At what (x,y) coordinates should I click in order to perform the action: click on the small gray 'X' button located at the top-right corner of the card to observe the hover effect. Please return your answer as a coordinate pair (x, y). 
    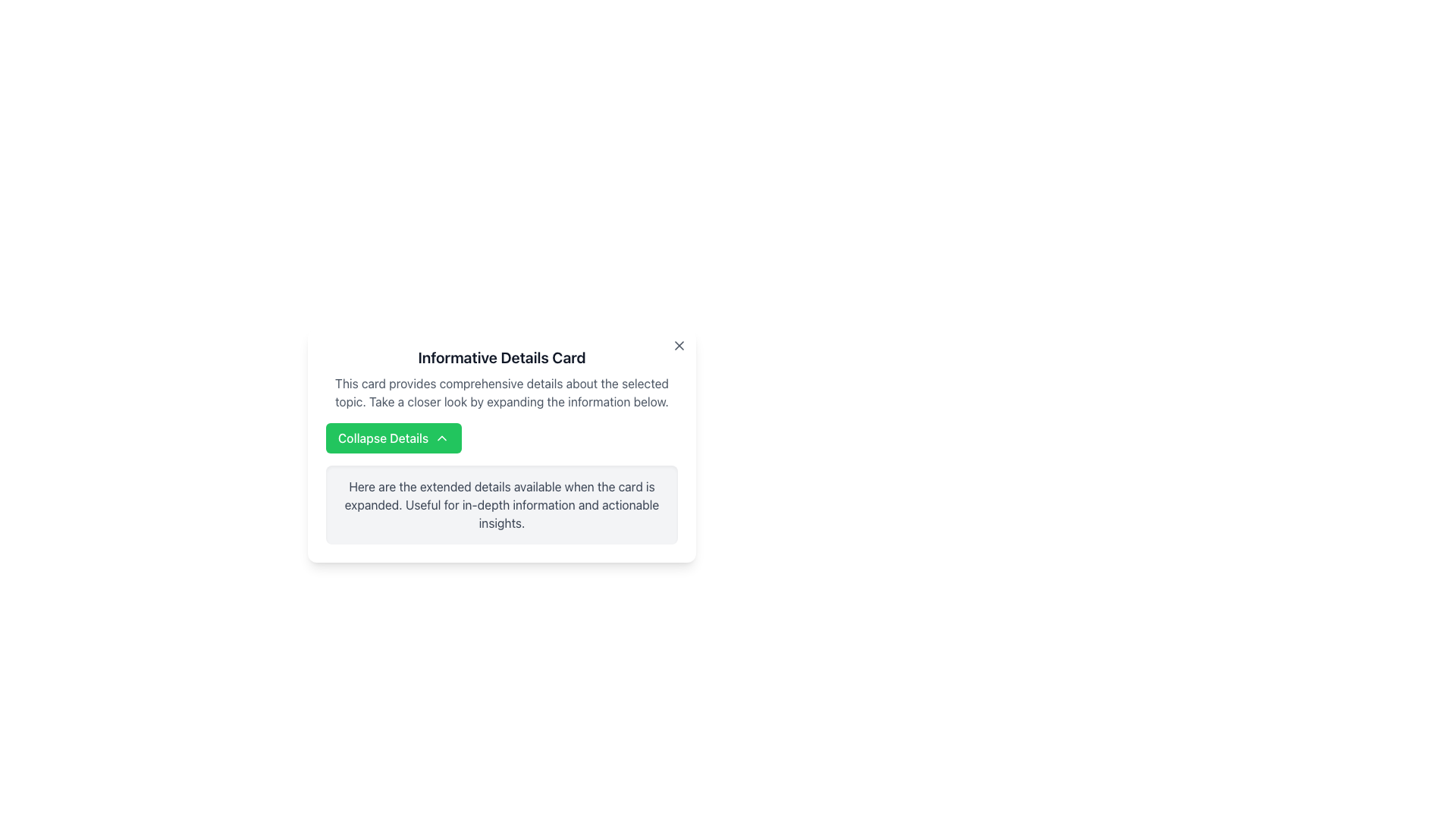
    Looking at the image, I should click on (679, 345).